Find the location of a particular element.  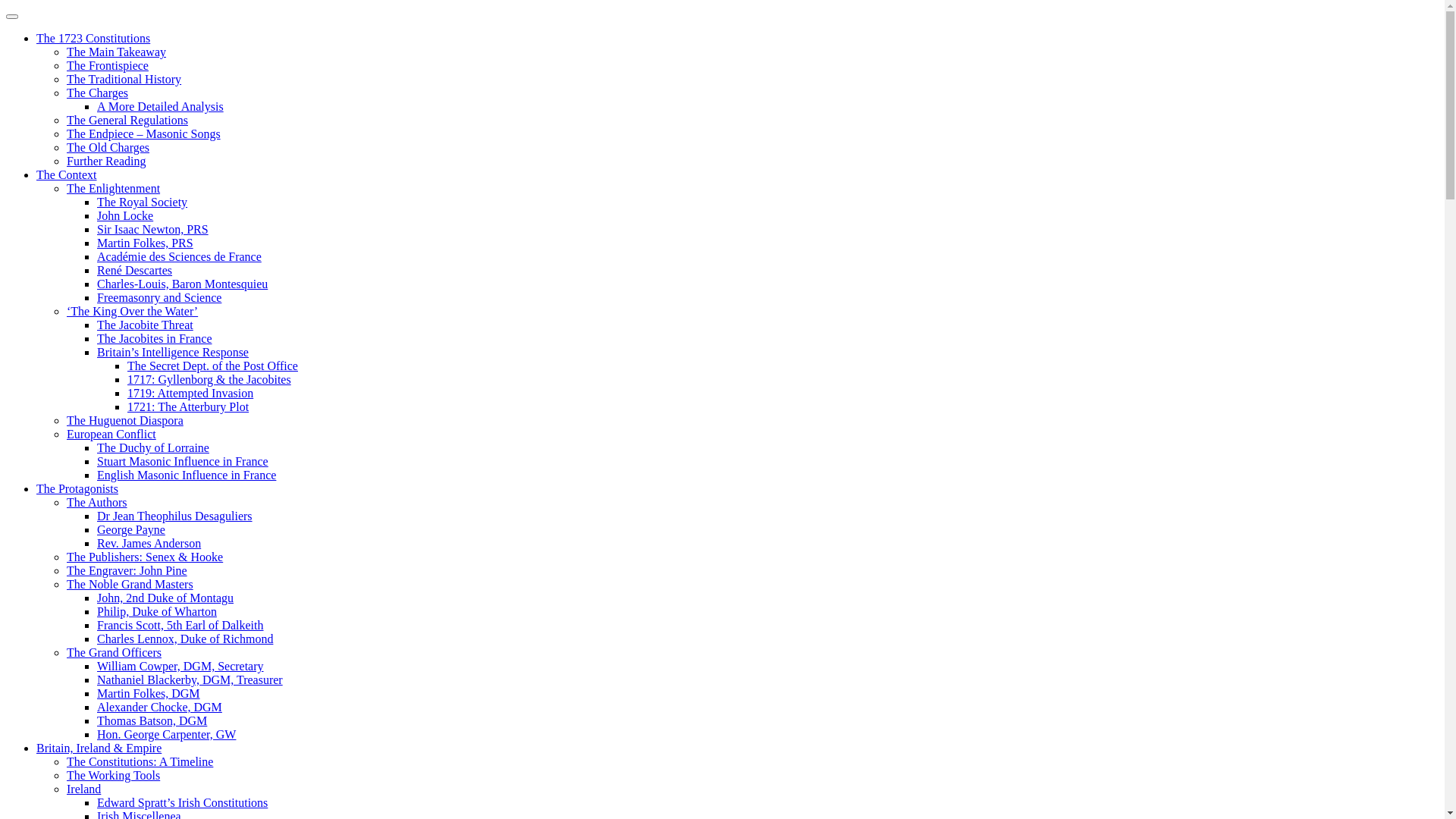

'The General Regulations' is located at coordinates (127, 119).